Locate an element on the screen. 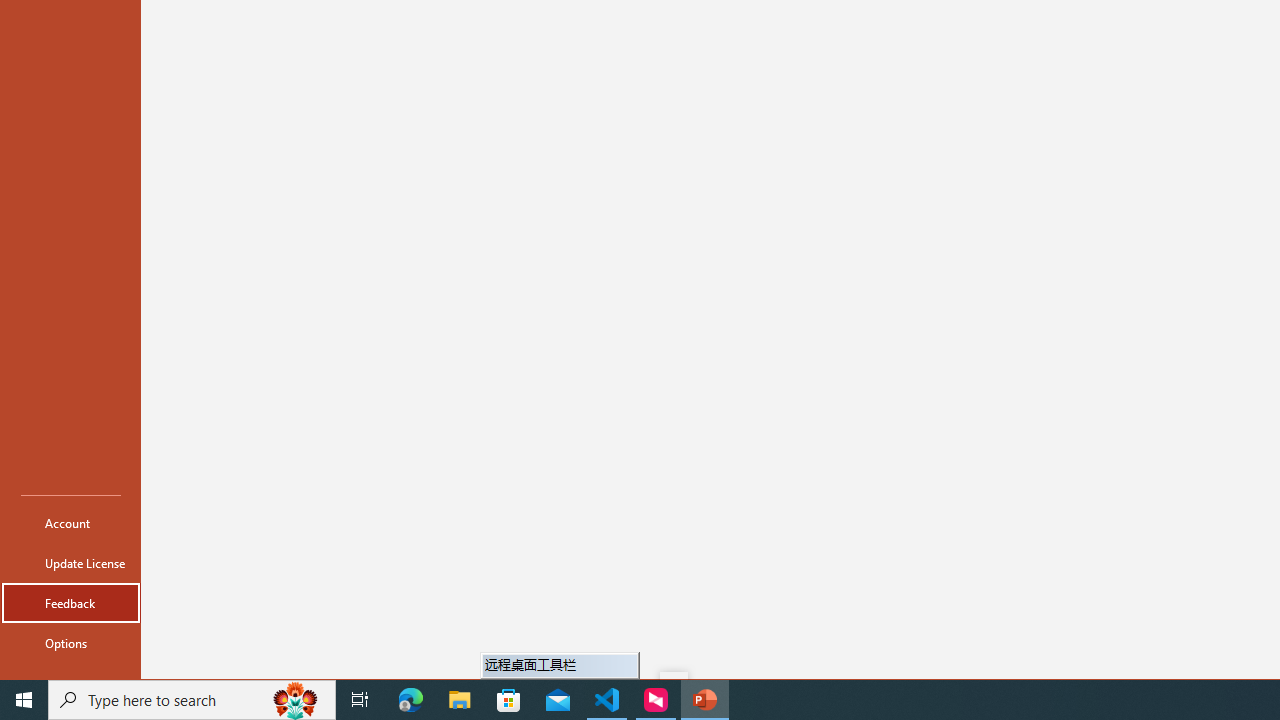 The width and height of the screenshot is (1280, 720). 'Search highlights icon opens search home window' is located at coordinates (294, 698).